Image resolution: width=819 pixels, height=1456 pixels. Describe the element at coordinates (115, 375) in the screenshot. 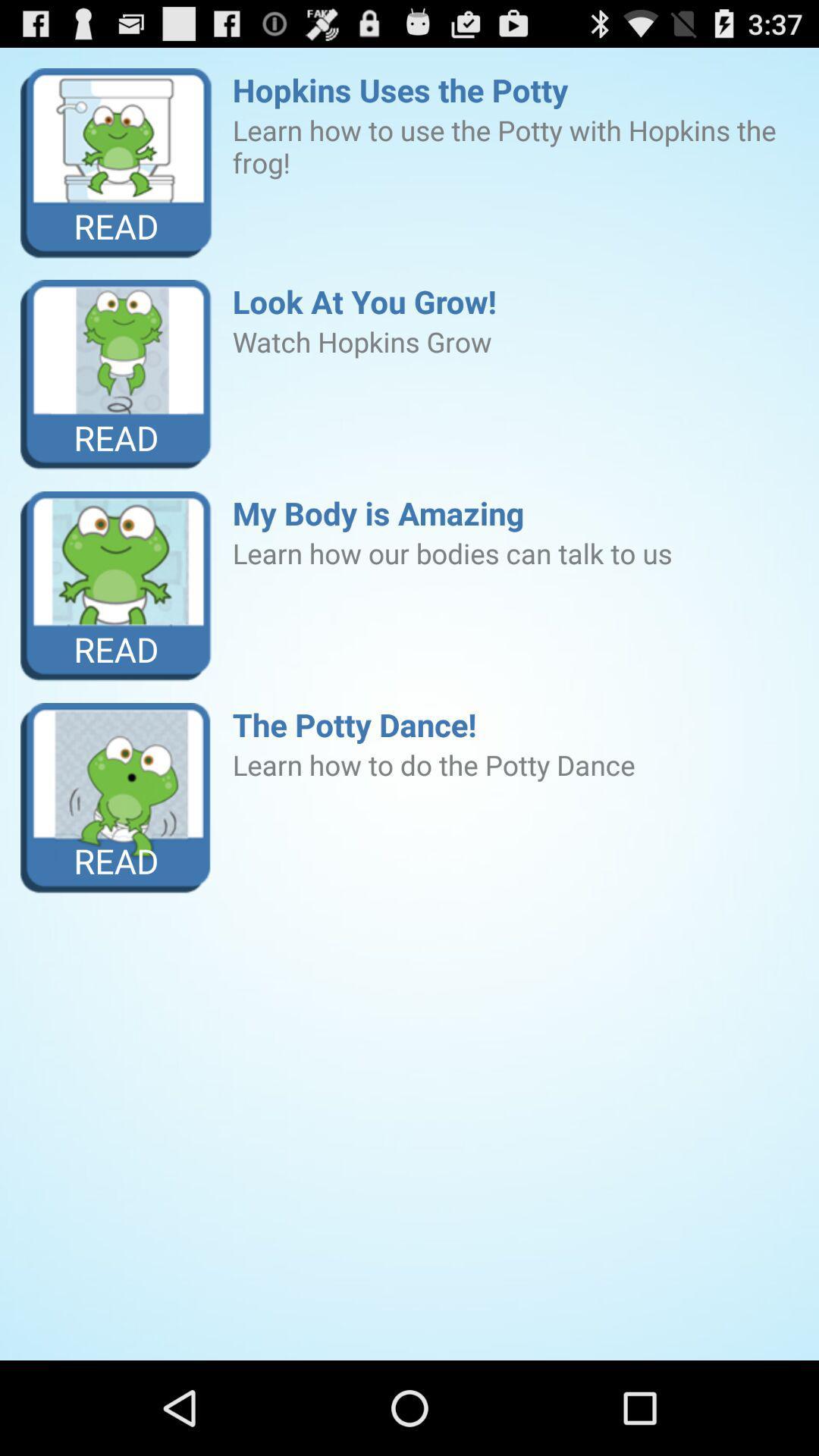

I see `item next to the look at you icon` at that location.